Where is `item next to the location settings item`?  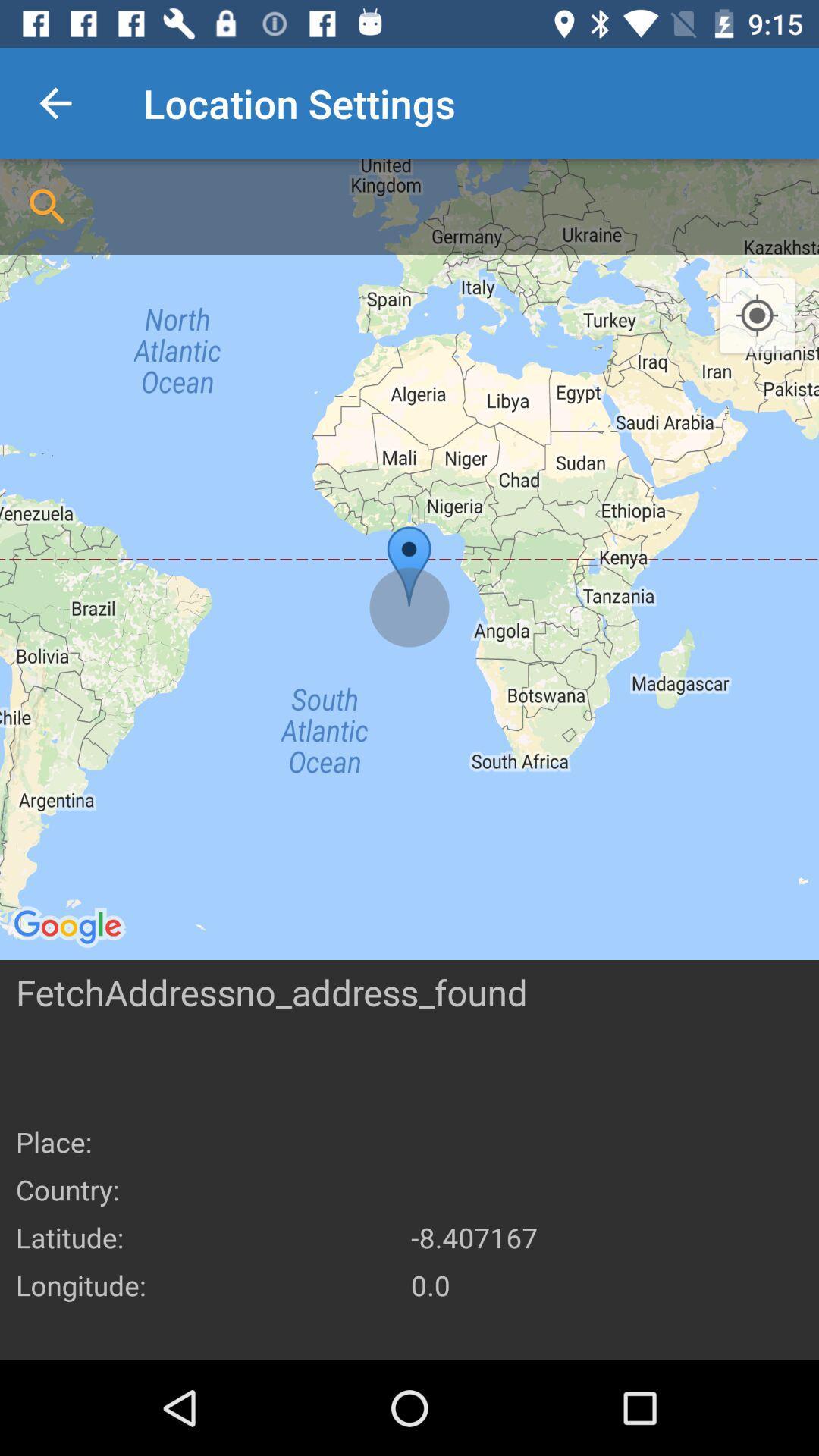 item next to the location settings item is located at coordinates (55, 102).